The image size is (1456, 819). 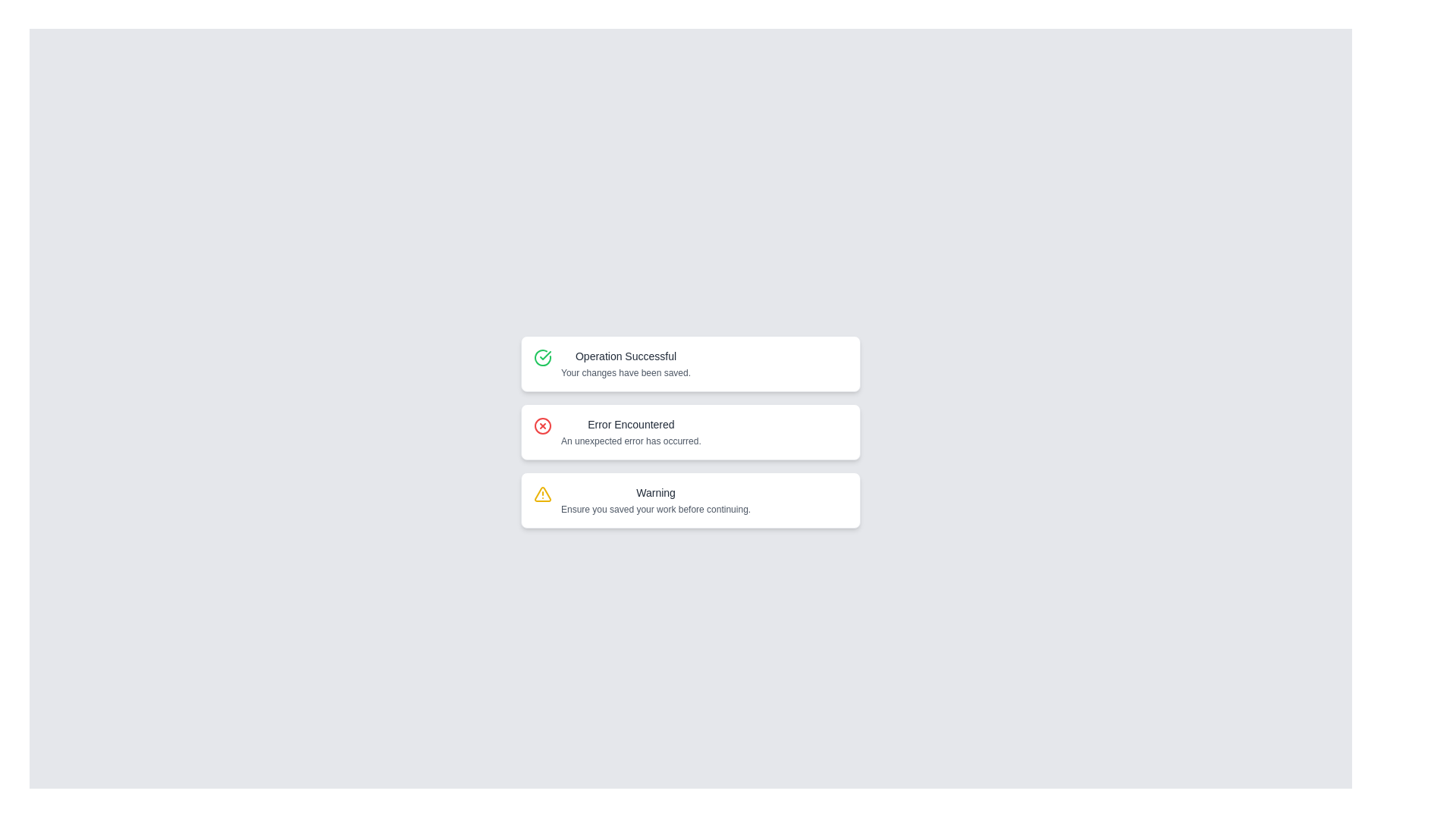 I want to click on the success icon in the 'Operation Successful' card at the top of the vertical list of cards, so click(x=542, y=357).